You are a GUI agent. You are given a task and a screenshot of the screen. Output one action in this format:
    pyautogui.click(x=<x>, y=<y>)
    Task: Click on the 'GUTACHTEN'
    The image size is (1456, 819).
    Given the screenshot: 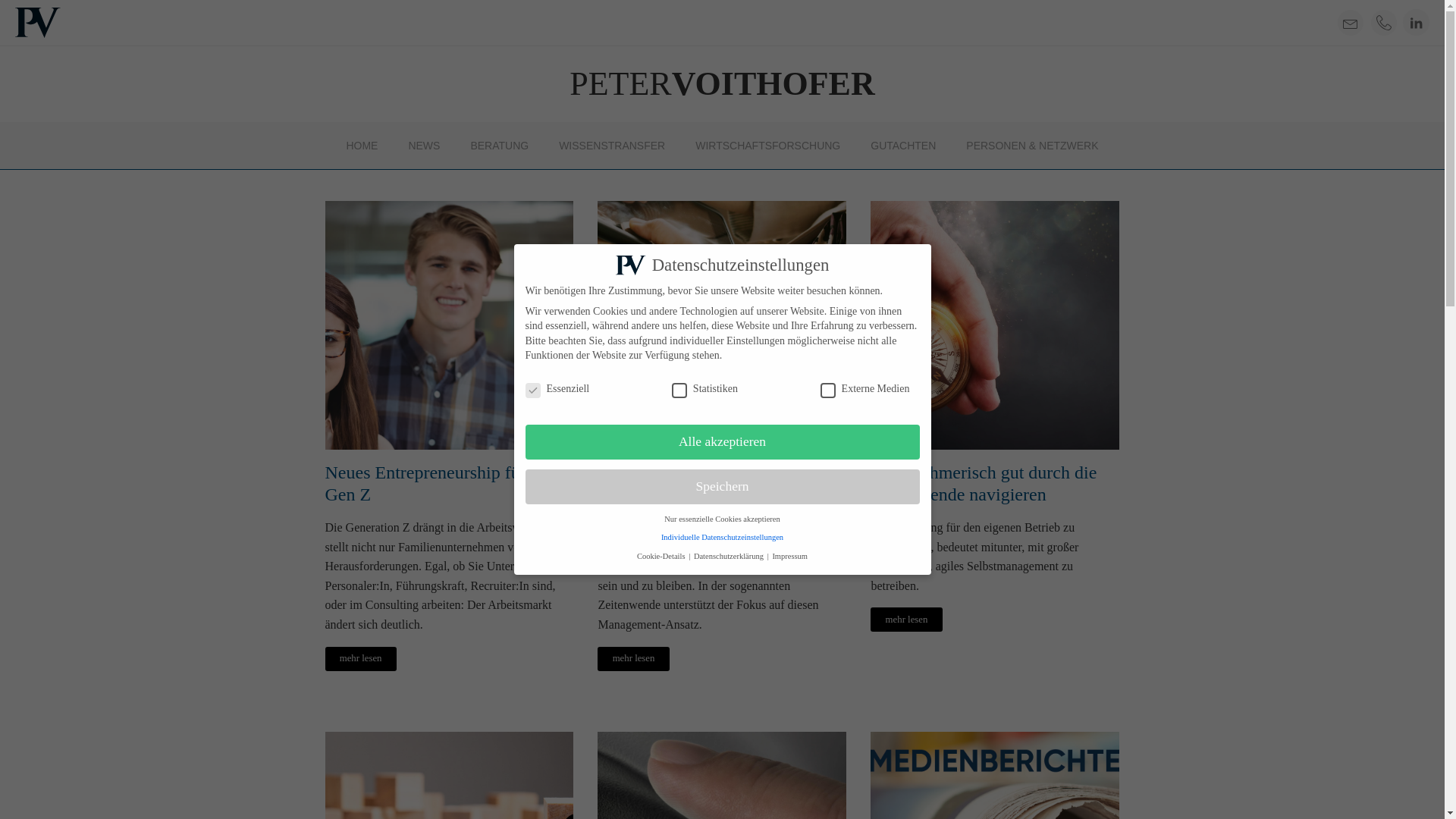 What is the action you would take?
    pyautogui.click(x=902, y=146)
    